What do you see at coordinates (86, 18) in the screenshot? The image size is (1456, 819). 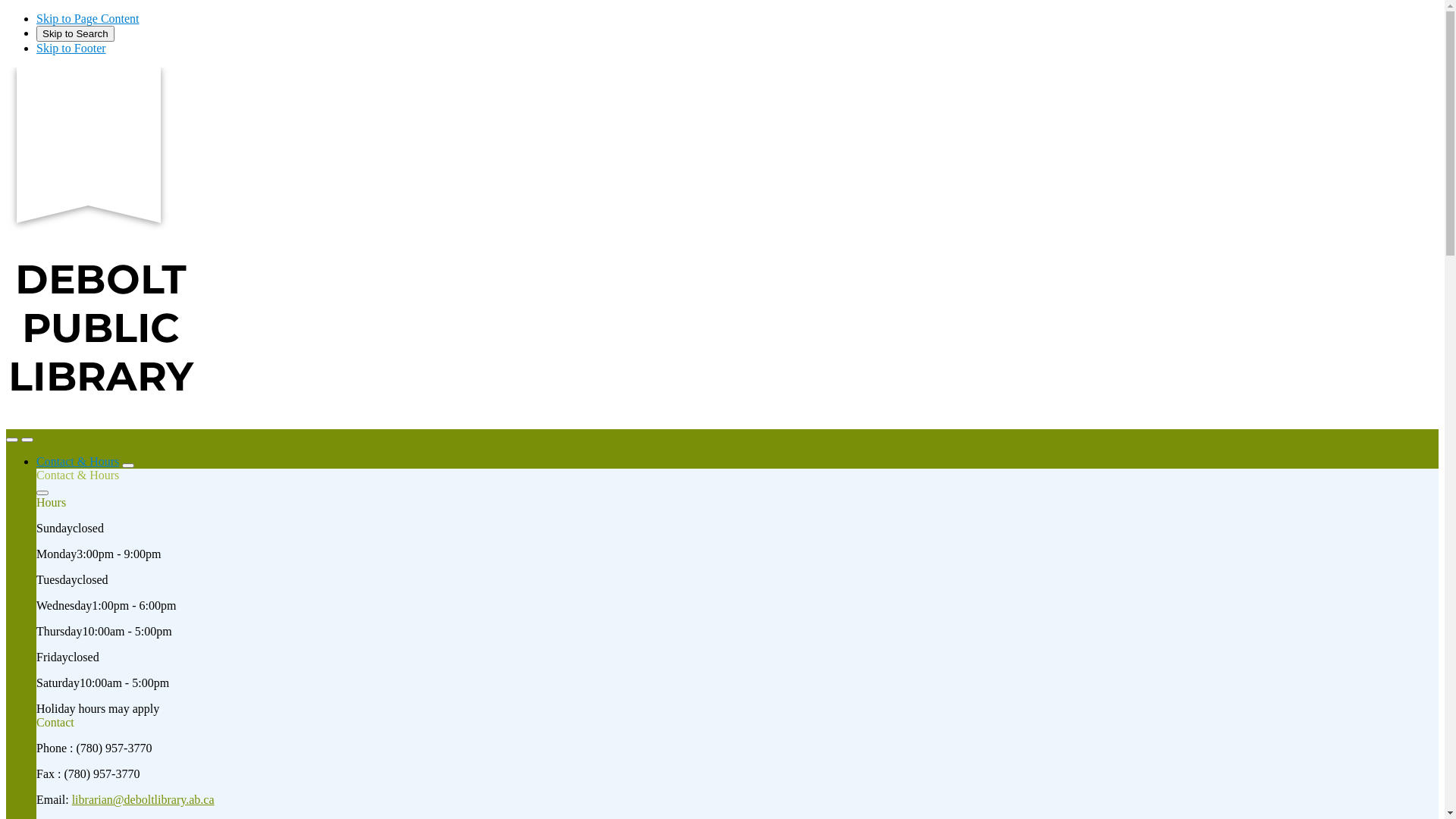 I see `'Skip to Page Content'` at bounding box center [86, 18].